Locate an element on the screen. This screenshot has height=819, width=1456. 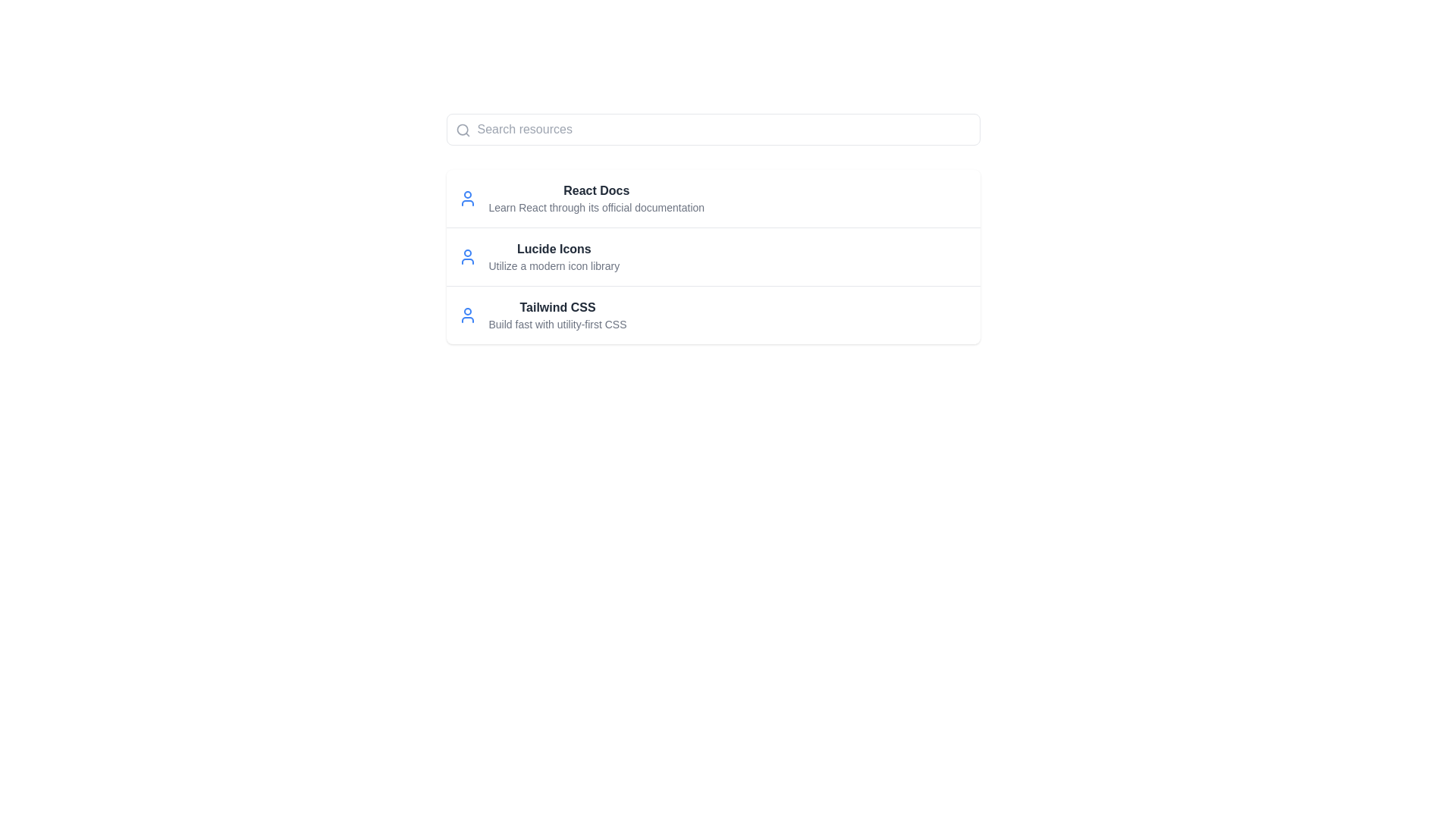
the static textual description providing additional information about the functionality or purpose of the 'Lucide Icons', which is located below the bolded title within the second item of the vertical list is located at coordinates (553, 265).